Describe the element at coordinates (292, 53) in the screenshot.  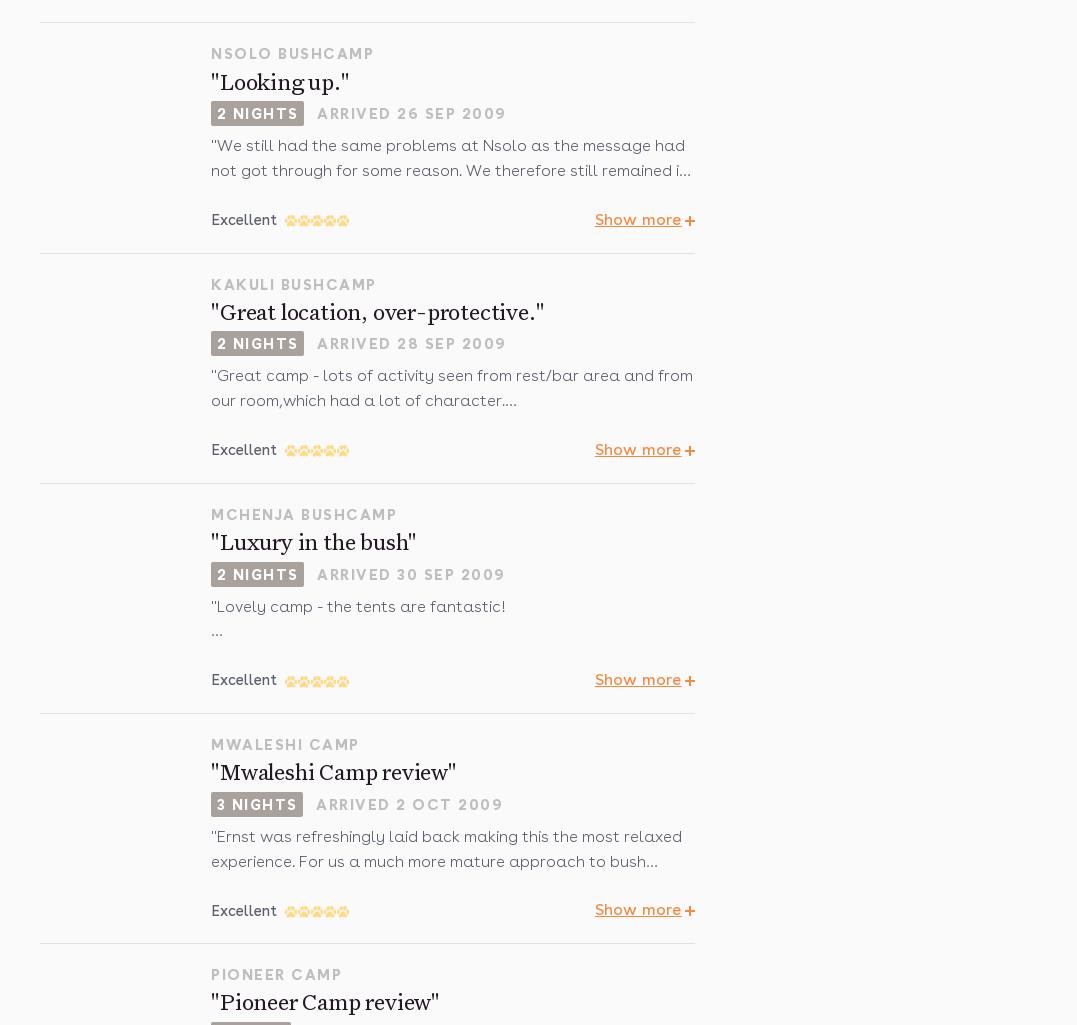
I see `'Nsolo Bushcamp'` at that location.